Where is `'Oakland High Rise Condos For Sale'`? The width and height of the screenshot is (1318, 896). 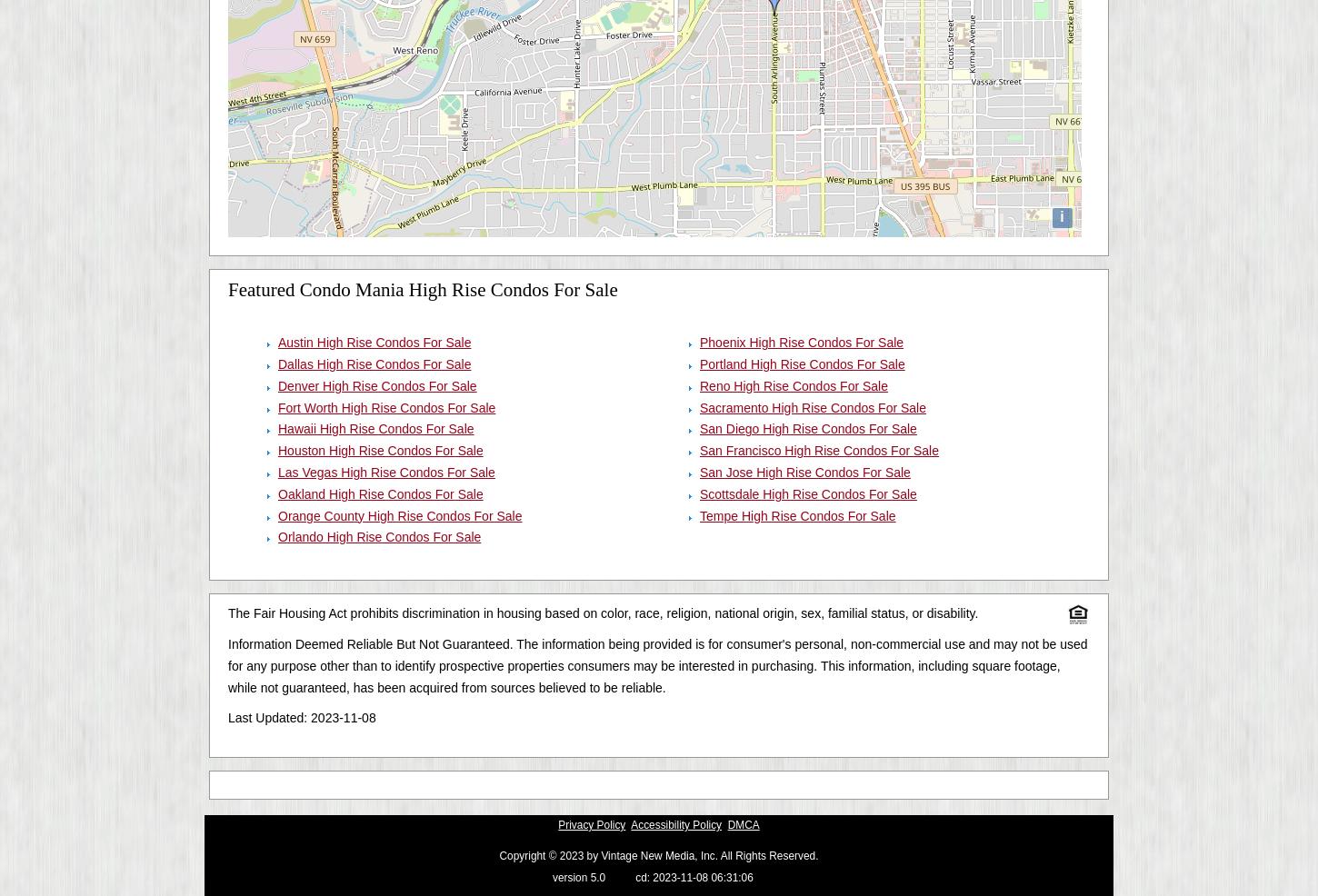 'Oakland High Rise Condos For Sale' is located at coordinates (379, 492).